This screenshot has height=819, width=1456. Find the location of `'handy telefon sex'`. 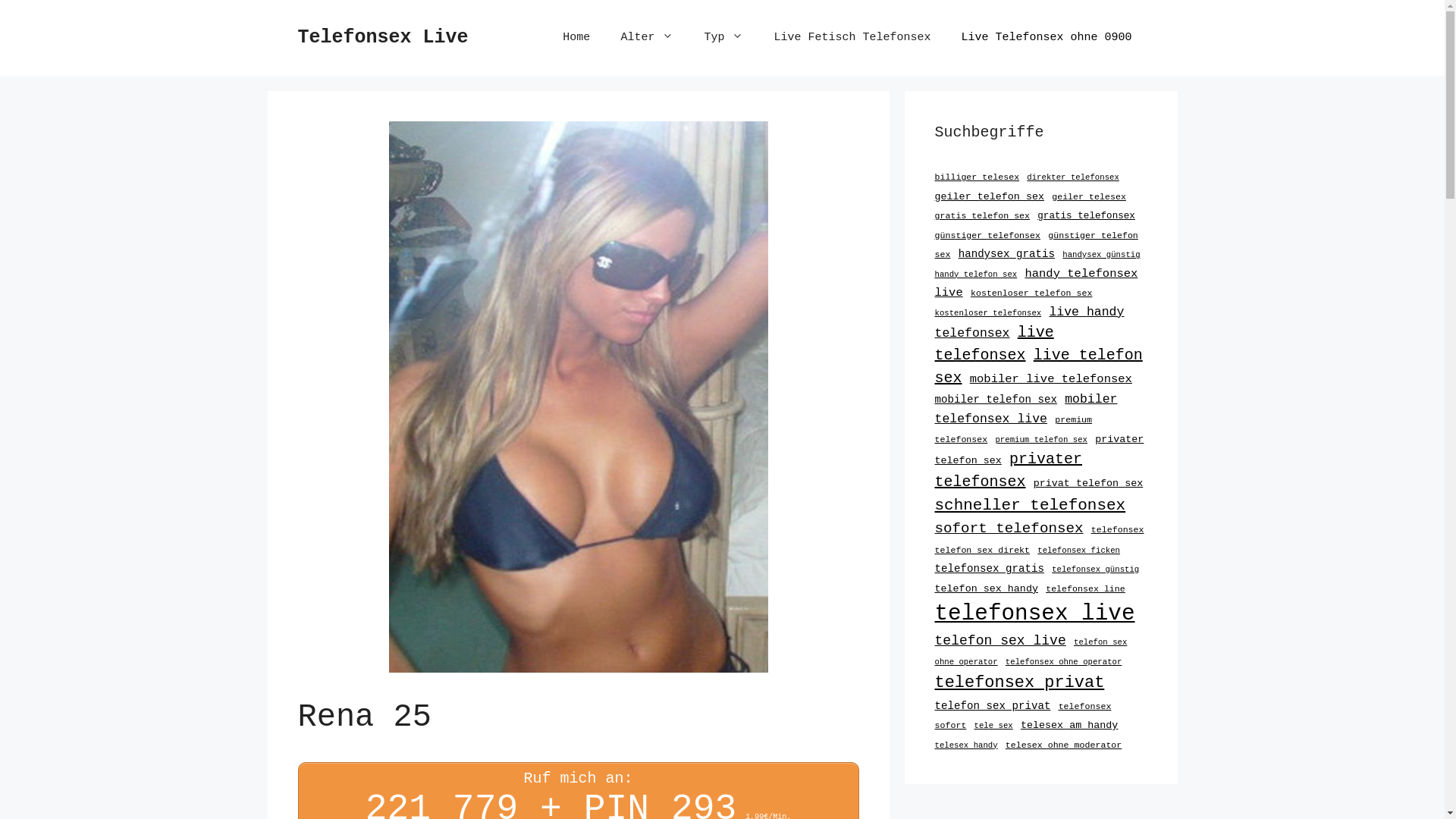

'handy telefon sex' is located at coordinates (975, 275).